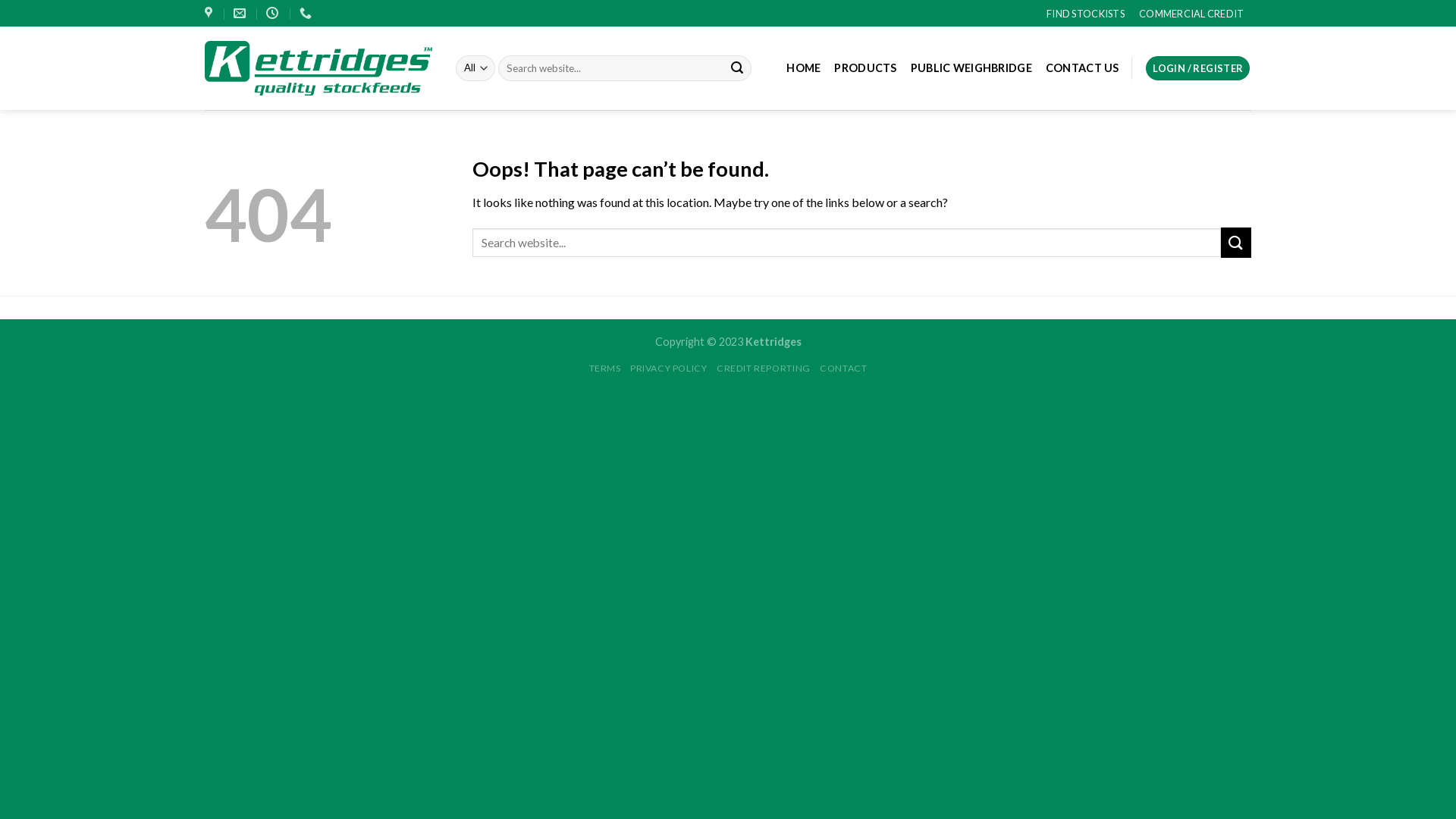 Image resolution: width=1456 pixels, height=819 pixels. I want to click on 'PRODUCTS', so click(865, 67).